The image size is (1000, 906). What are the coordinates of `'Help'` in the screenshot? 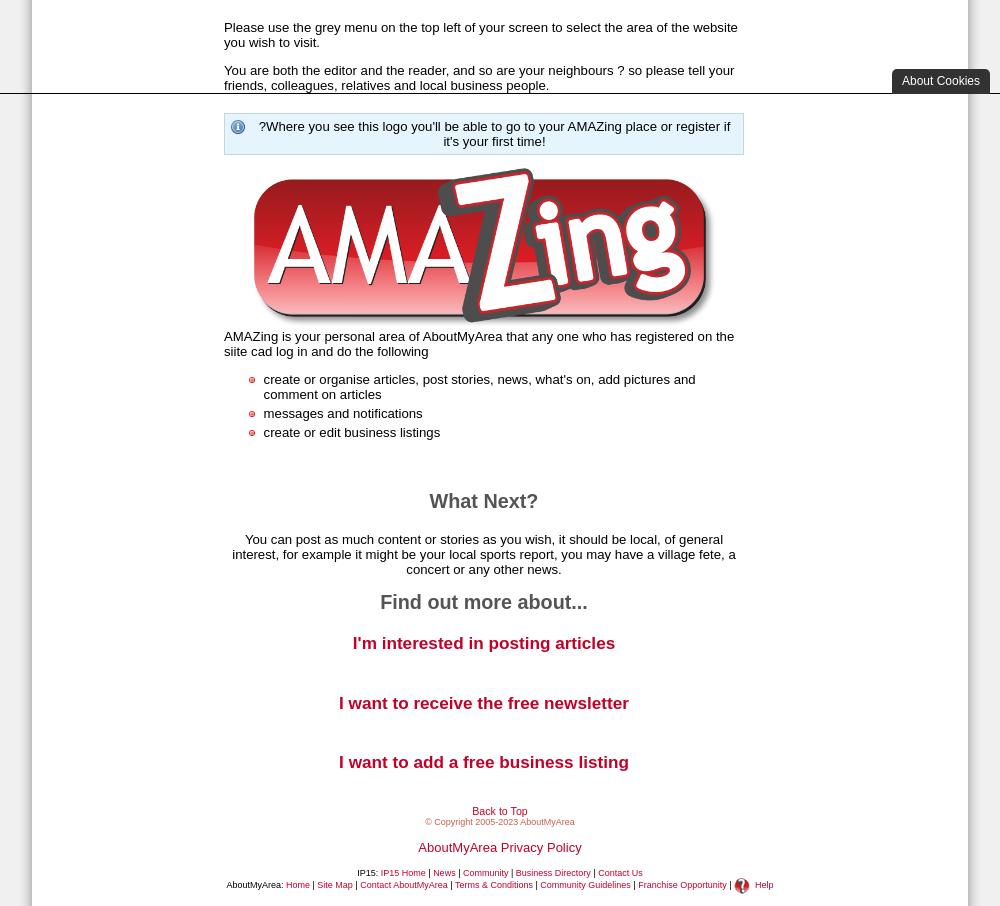 It's located at (764, 884).